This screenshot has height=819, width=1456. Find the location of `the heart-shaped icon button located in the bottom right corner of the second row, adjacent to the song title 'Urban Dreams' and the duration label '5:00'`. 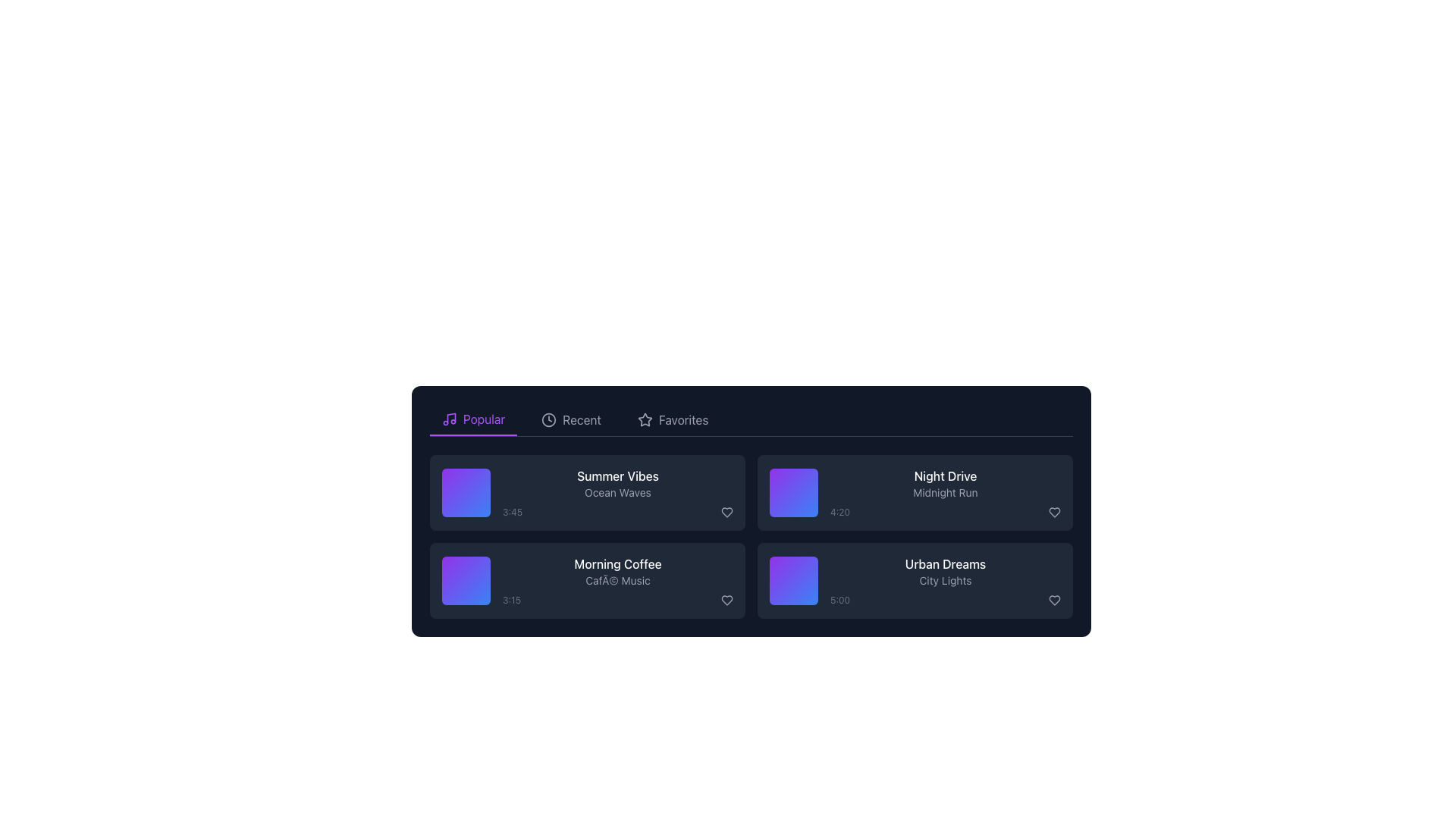

the heart-shaped icon button located in the bottom right corner of the second row, adjacent to the song title 'Urban Dreams' and the duration label '5:00' is located at coordinates (1054, 599).